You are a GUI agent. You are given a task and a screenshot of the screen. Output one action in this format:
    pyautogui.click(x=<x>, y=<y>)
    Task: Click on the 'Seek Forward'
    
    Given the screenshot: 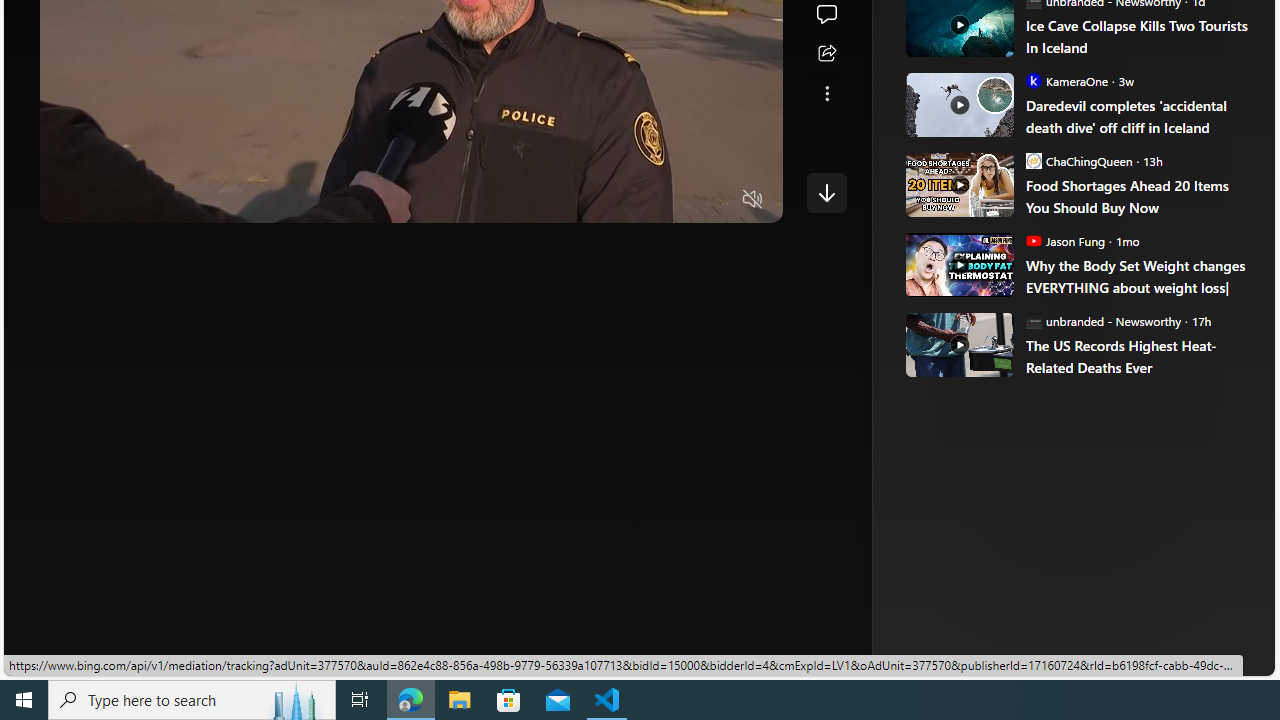 What is the action you would take?
    pyautogui.click(x=149, y=200)
    